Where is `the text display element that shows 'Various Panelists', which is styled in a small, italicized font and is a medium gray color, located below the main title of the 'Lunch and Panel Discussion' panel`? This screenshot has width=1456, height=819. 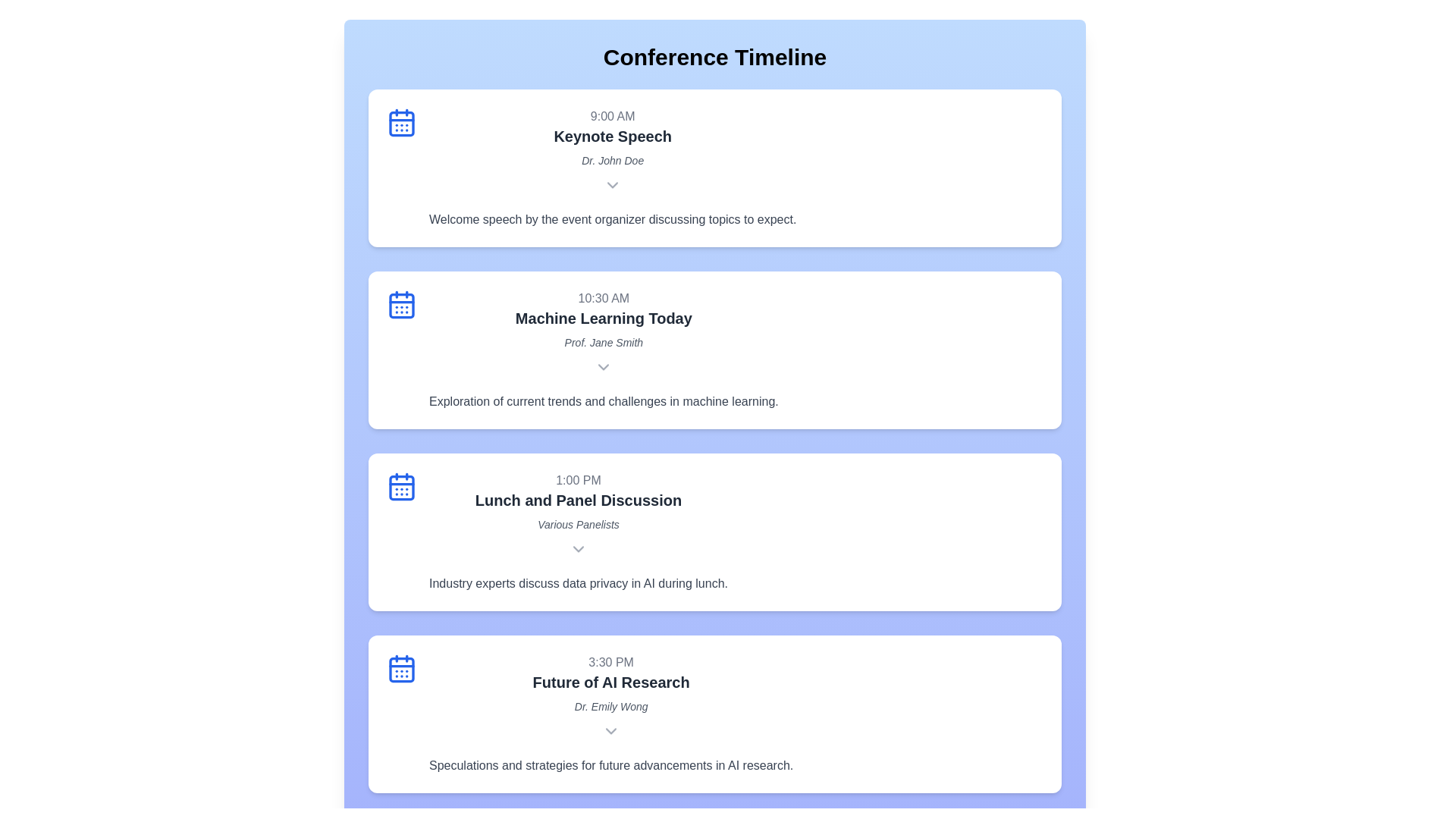
the text display element that shows 'Various Panelists', which is styled in a small, italicized font and is a medium gray color, located below the main title of the 'Lunch and Panel Discussion' panel is located at coordinates (578, 523).